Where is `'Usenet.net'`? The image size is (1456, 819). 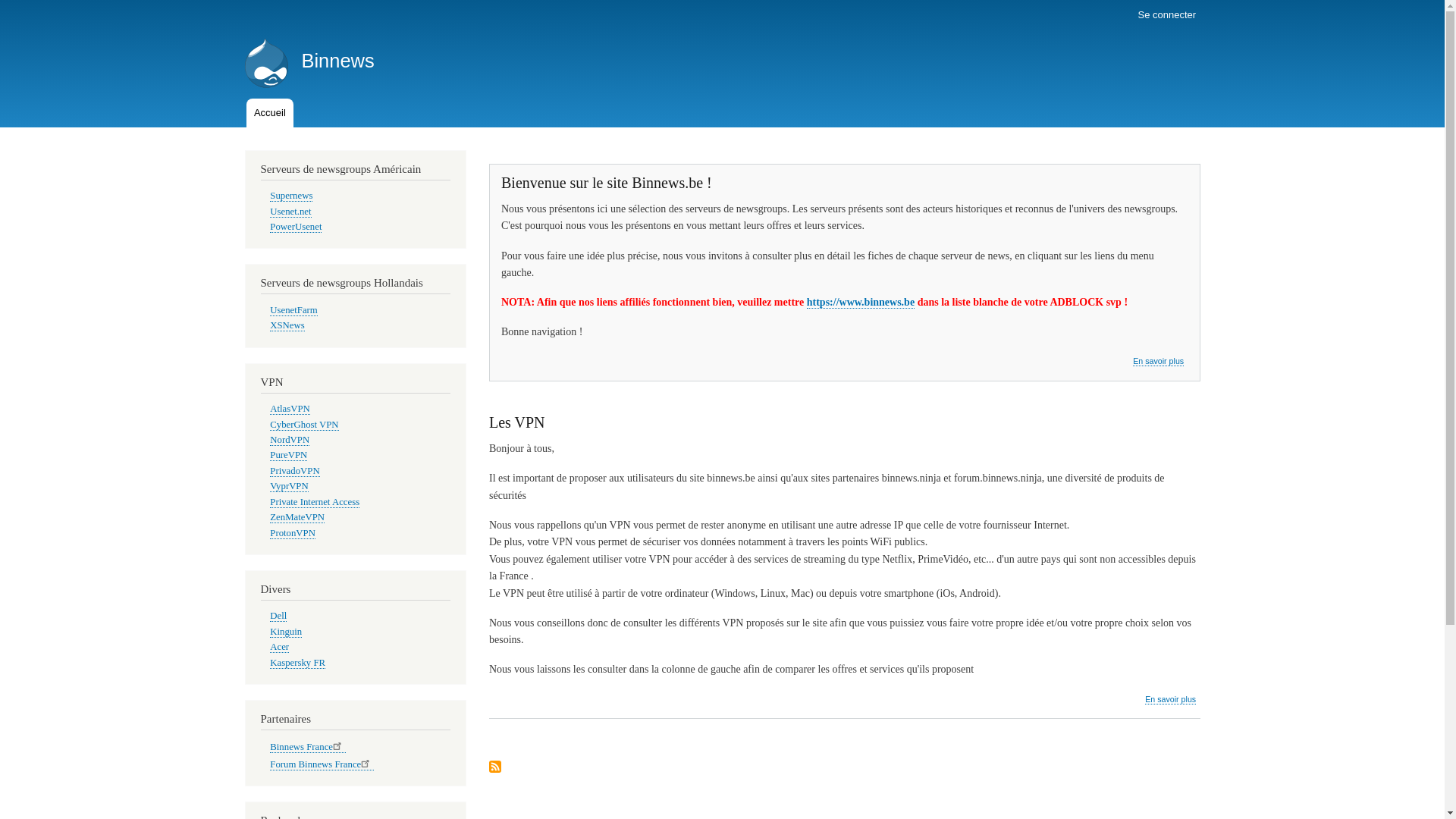
'Usenet.net' is located at coordinates (290, 212).